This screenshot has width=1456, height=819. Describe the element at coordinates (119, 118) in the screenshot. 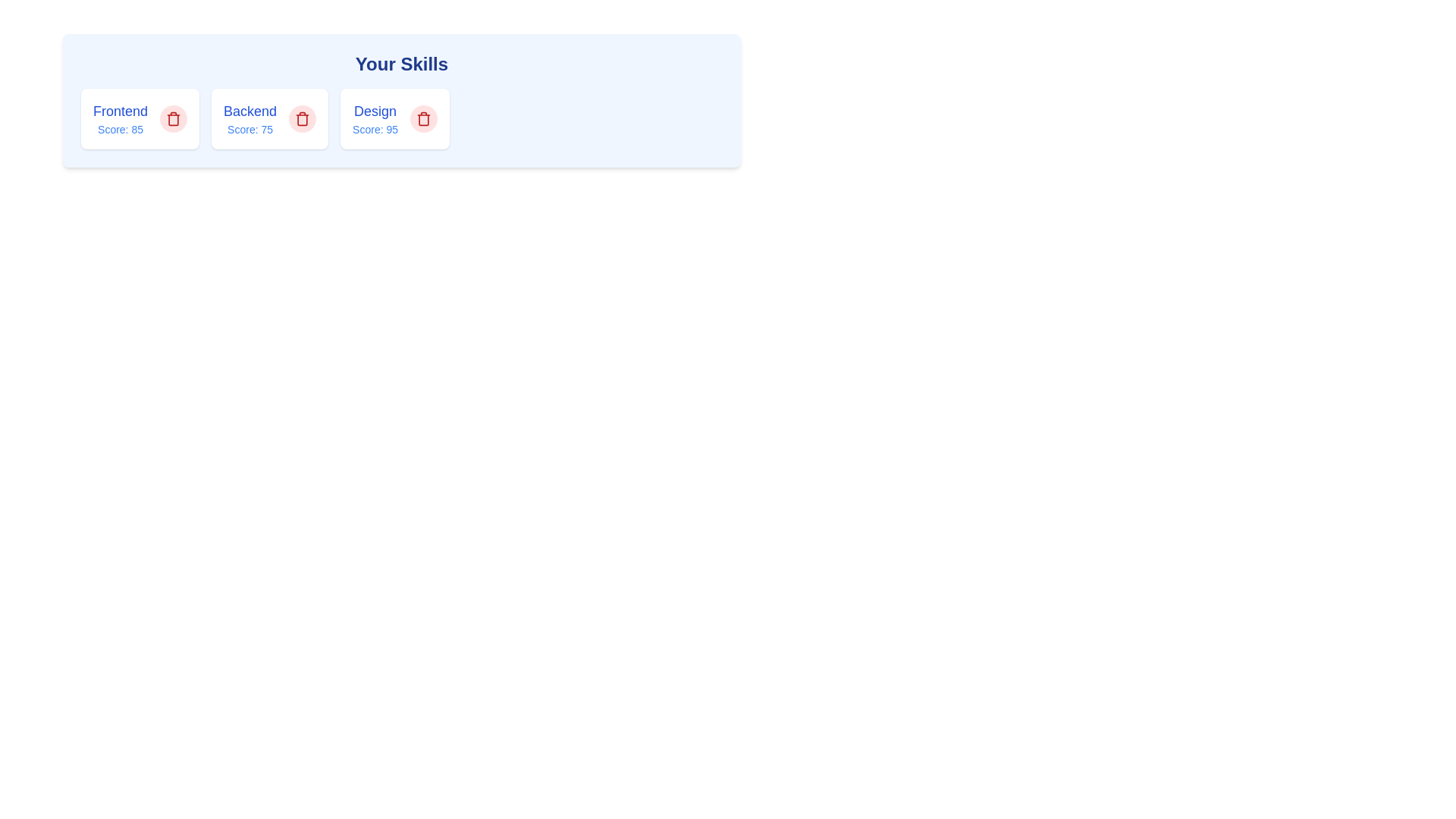

I see `the tag with name Frontend to see its hover effect` at that location.